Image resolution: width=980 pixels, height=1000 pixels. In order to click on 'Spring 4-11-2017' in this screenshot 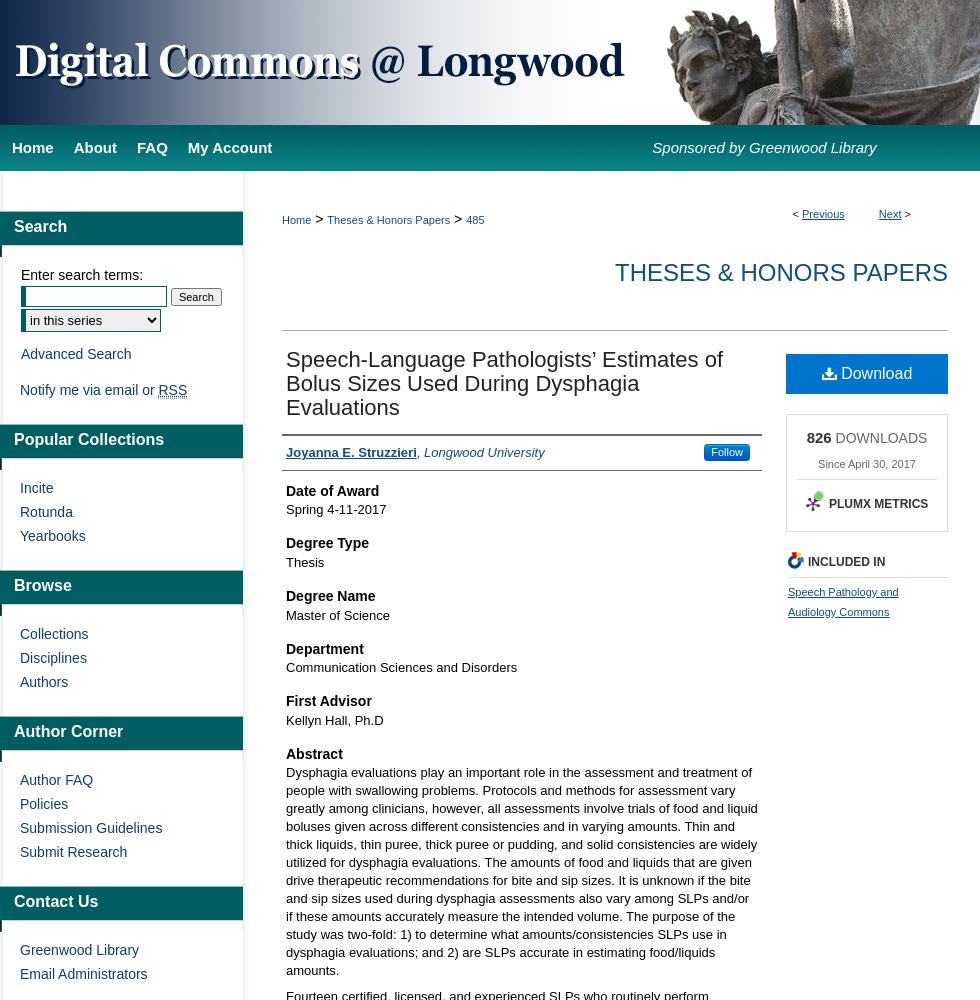, I will do `click(336, 509)`.